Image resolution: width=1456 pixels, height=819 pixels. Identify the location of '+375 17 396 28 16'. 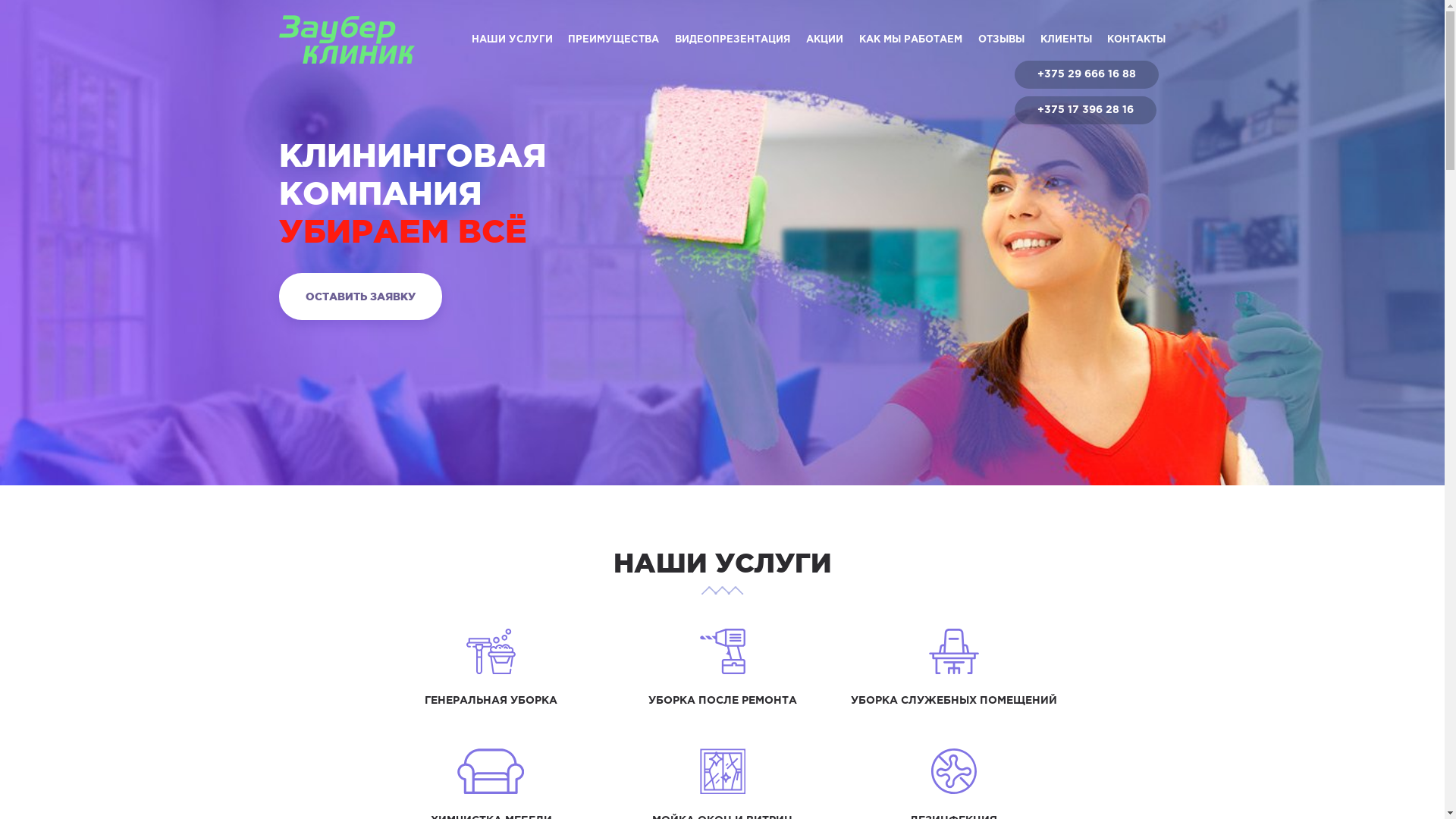
(1084, 109).